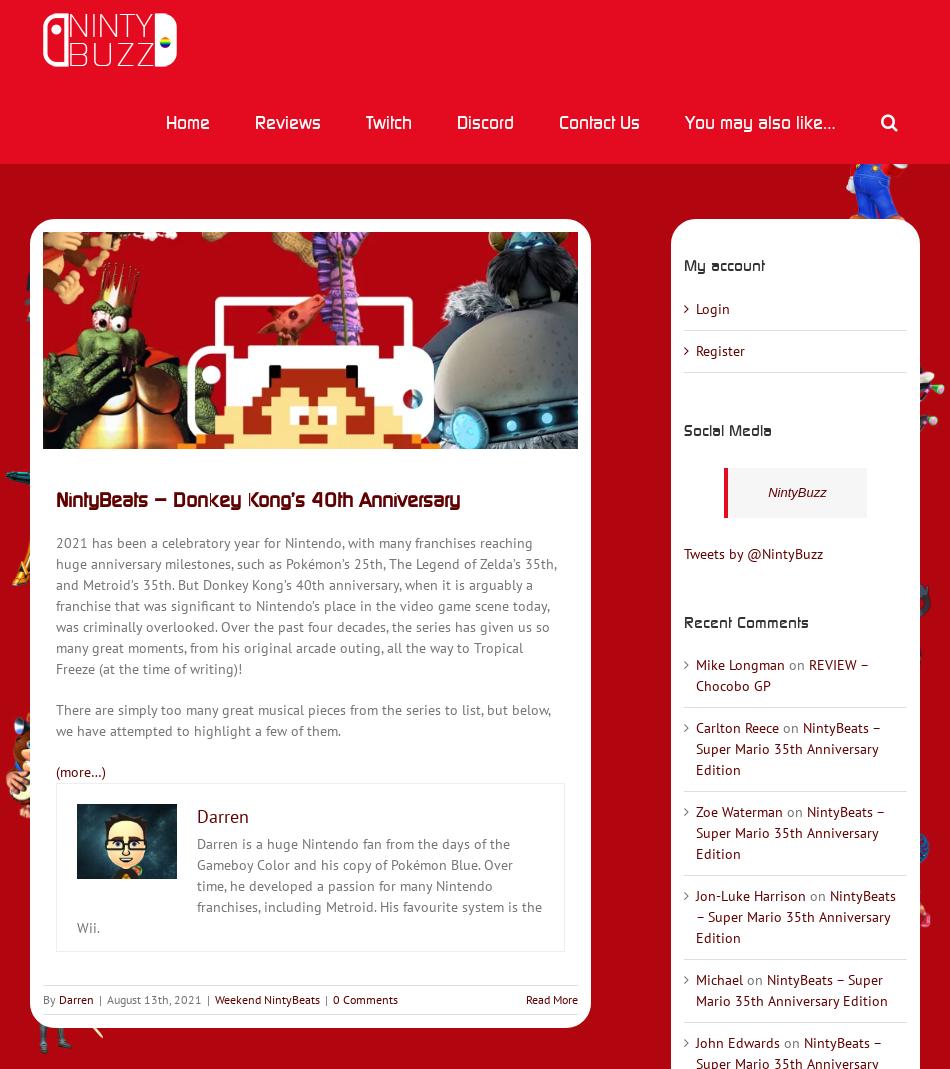  I want to click on '2021 has been a celebratory year for Nintendo, with many franchises reaching huge anniversary milestones, such as Pokémon’s 25th, The Legend of Zelda’s 35th, and Metroid’s 35th. But Donkey Kong’s 40th anniversary, when it is arguably a franchise that was significant to Nintendo’s place in the video game scene today, was criminally overlooked. Over the past four decades, the series has given us so many great moments, from his original arcade outing, all the way to Tropical Freeze (at the time of writing)!', so click(304, 606).